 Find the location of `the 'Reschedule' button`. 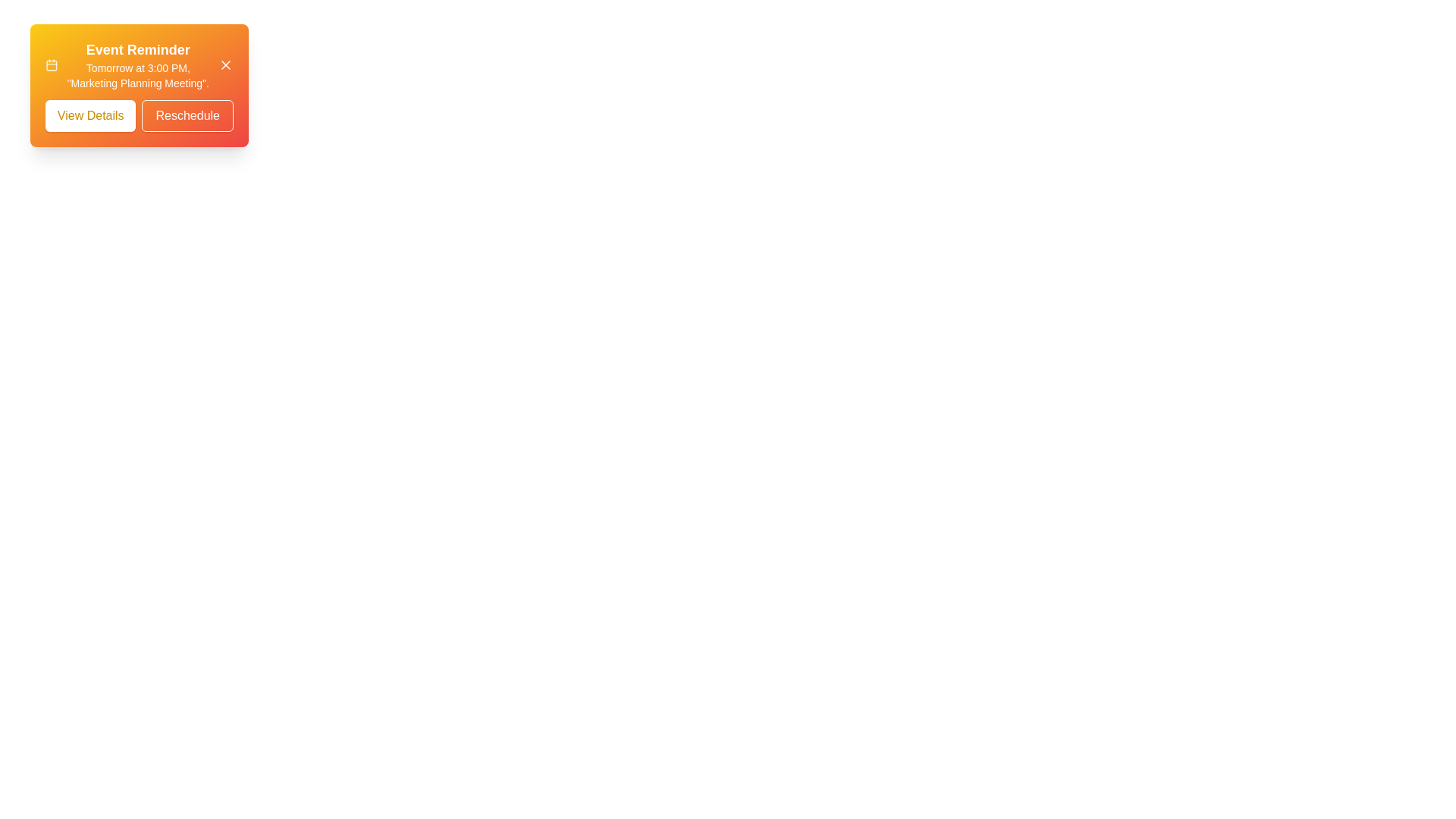

the 'Reschedule' button is located at coordinates (187, 115).